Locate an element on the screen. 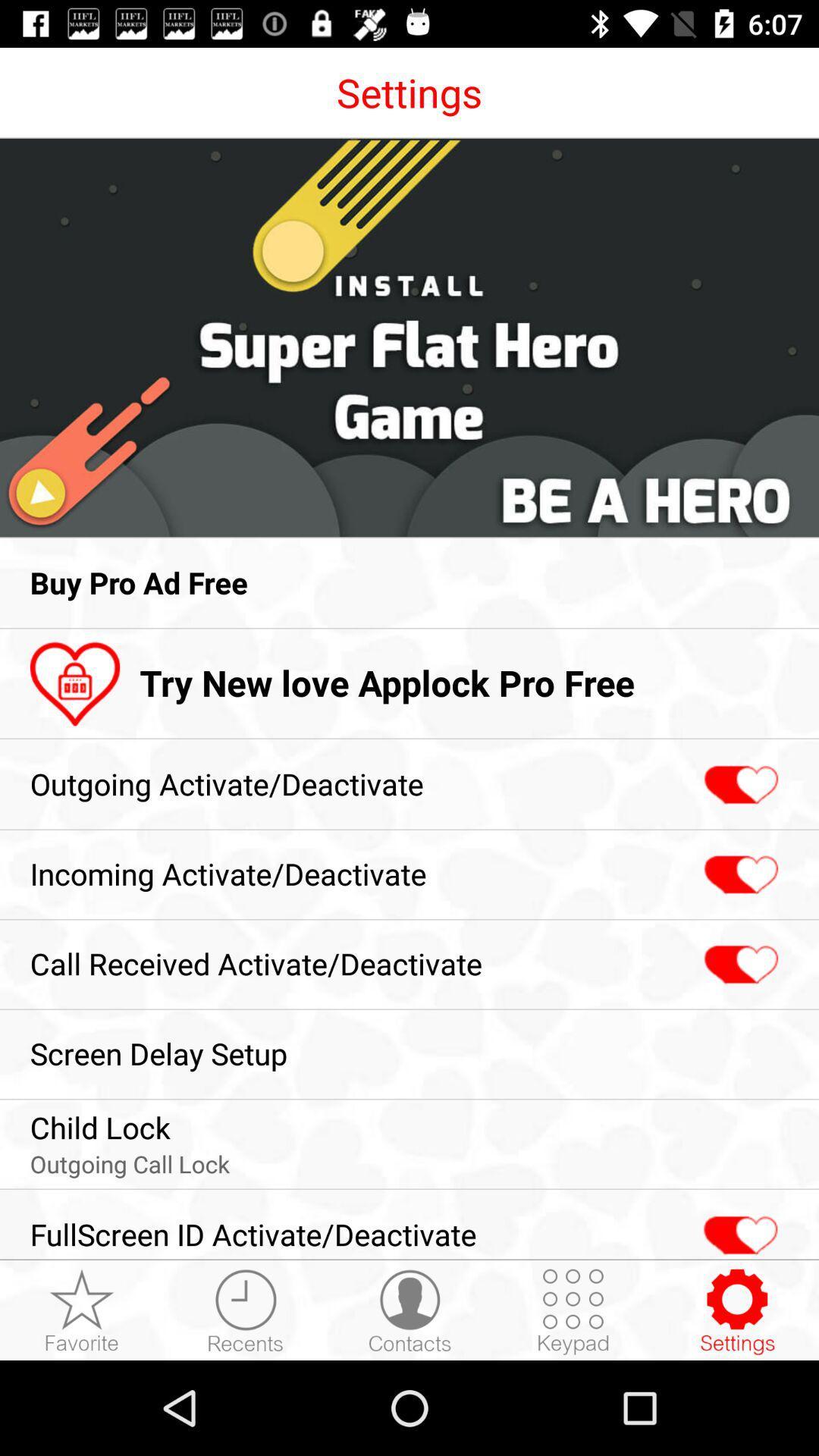 This screenshot has height=1456, width=819. una manera de ser otro is located at coordinates (738, 1227).